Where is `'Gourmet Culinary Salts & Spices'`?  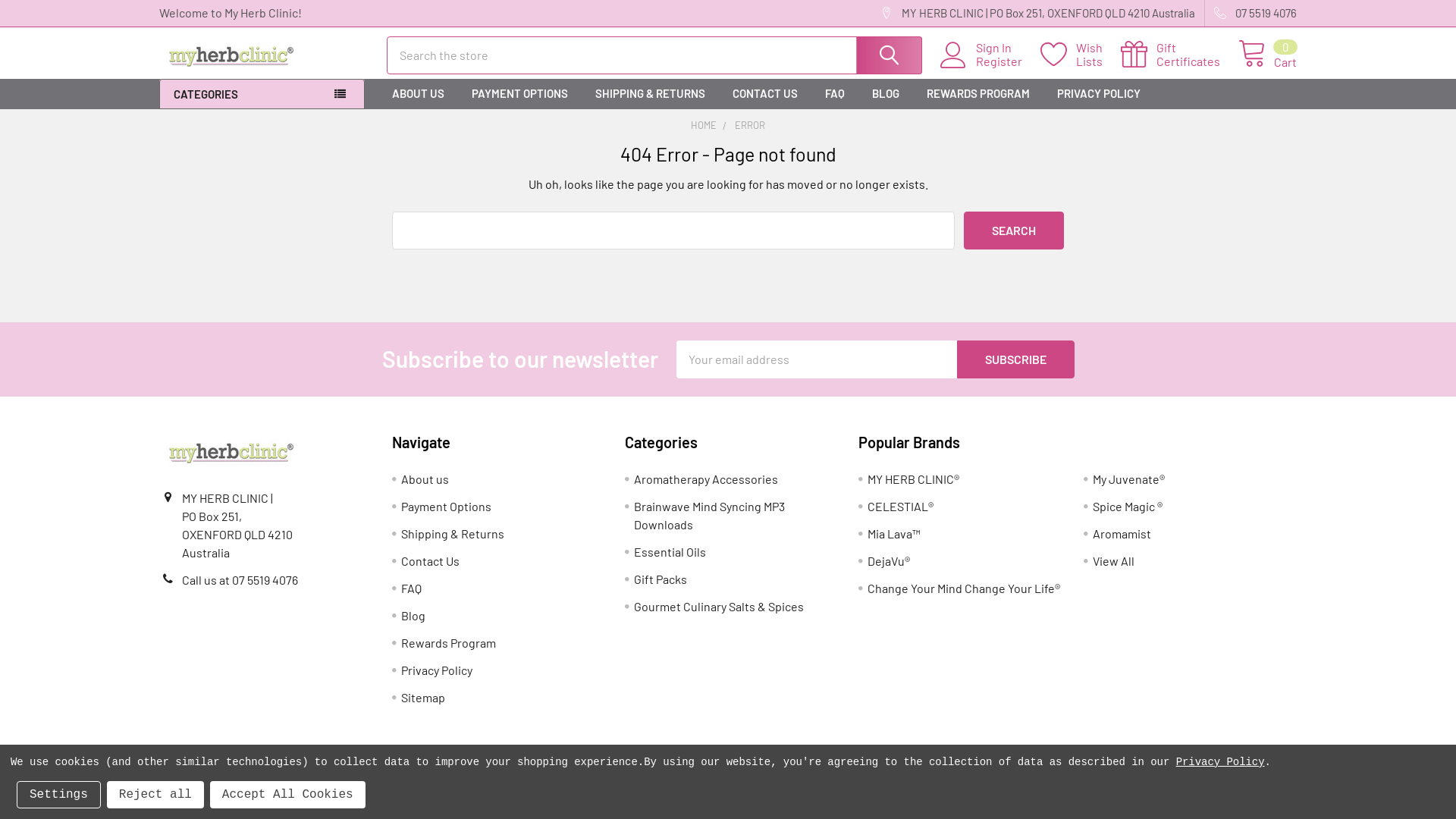
'Gourmet Culinary Salts & Spices' is located at coordinates (718, 605).